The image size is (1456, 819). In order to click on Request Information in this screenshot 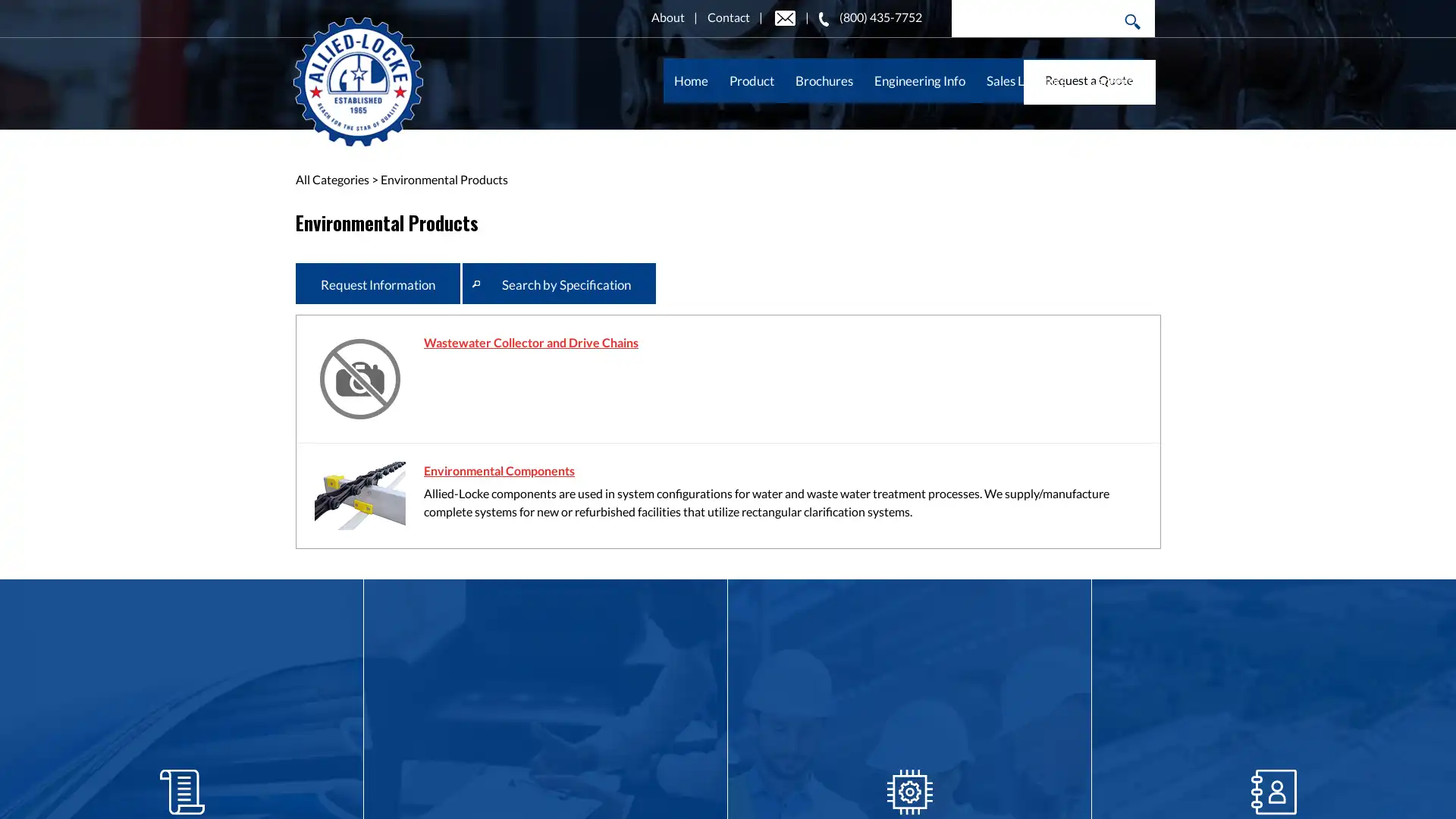, I will do `click(378, 283)`.